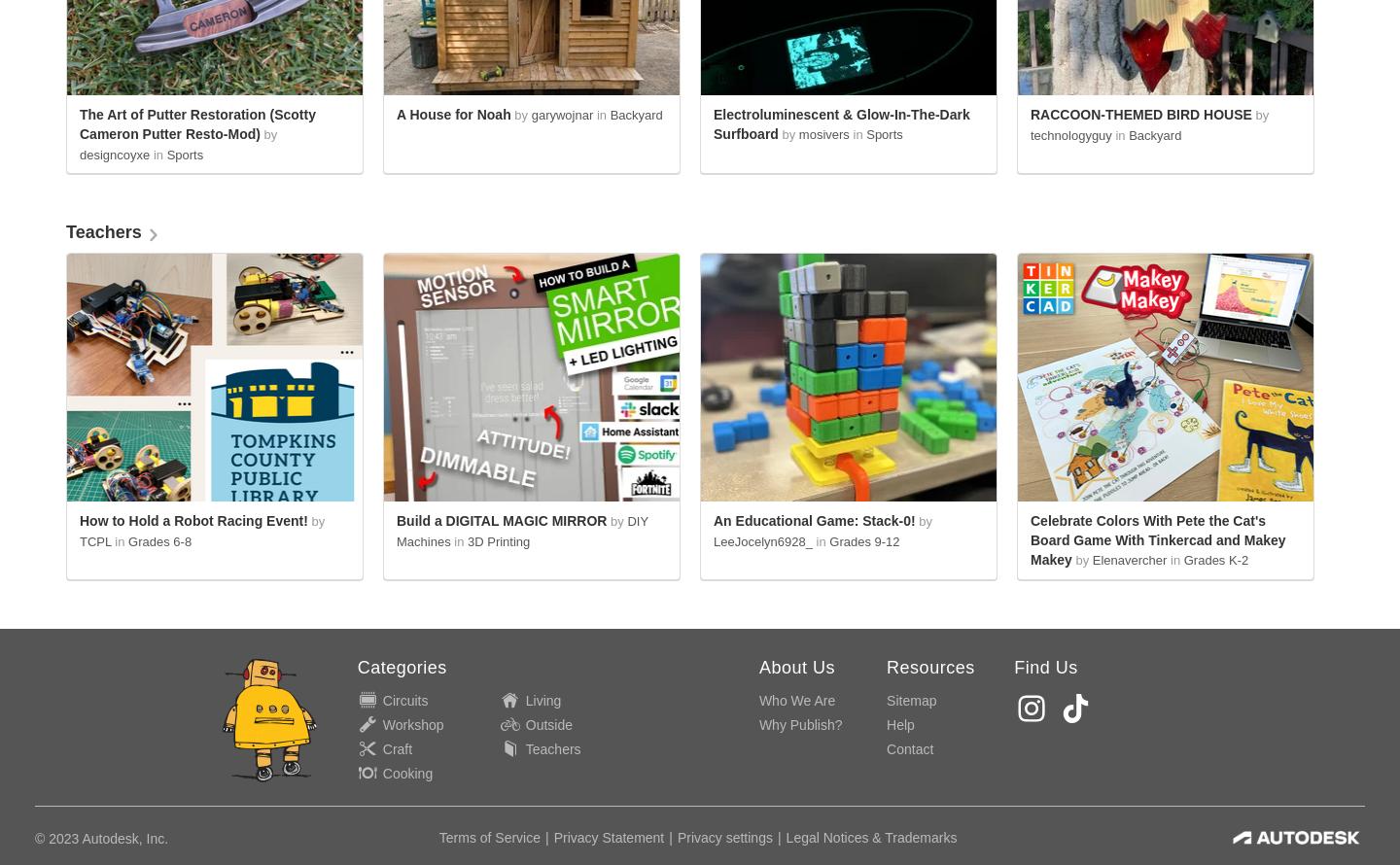 This screenshot has height=865, width=1400. Describe the element at coordinates (403, 699) in the screenshot. I see `'Circuits'` at that location.